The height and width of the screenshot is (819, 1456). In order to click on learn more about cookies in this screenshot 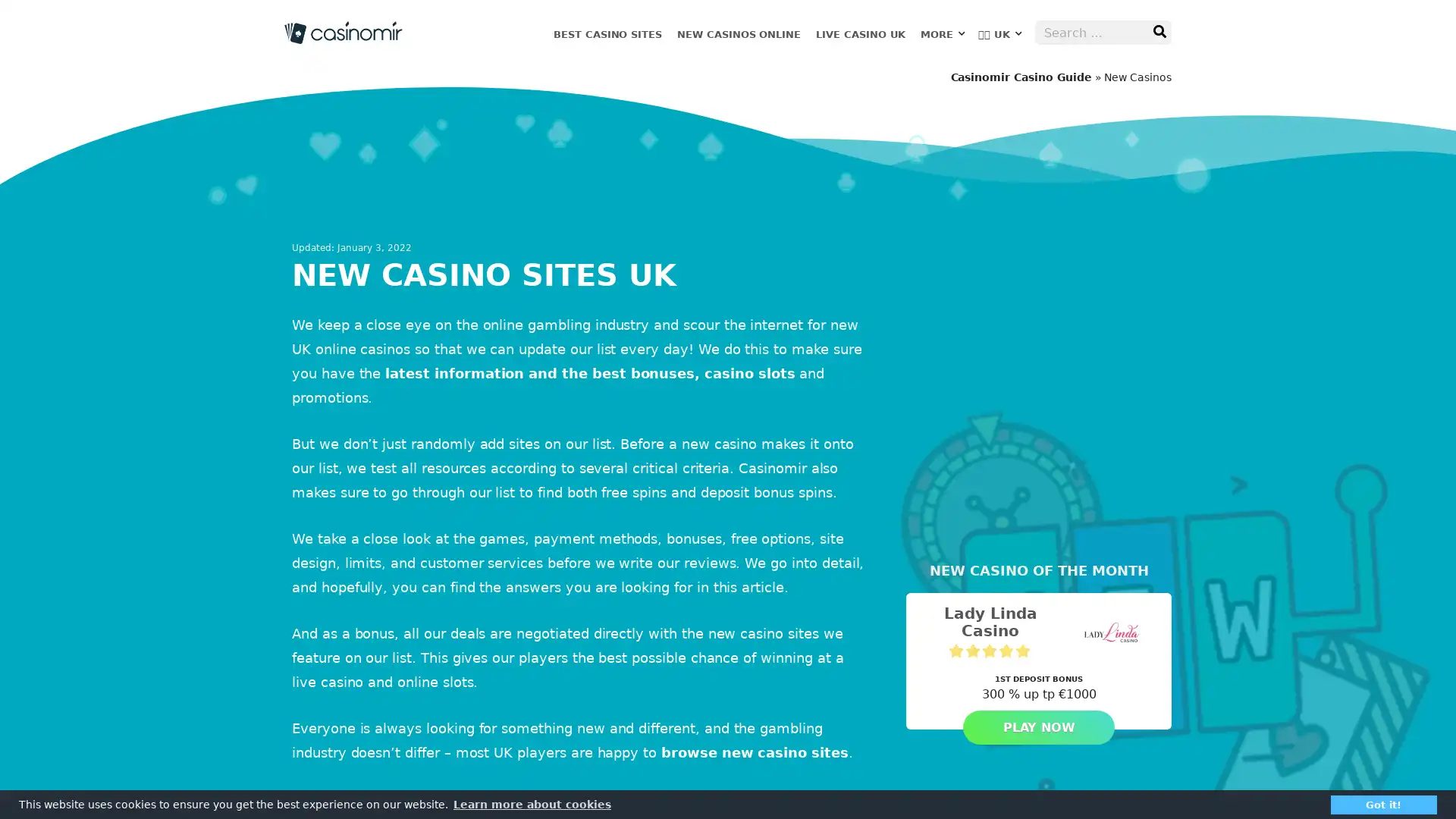, I will do `click(532, 803)`.